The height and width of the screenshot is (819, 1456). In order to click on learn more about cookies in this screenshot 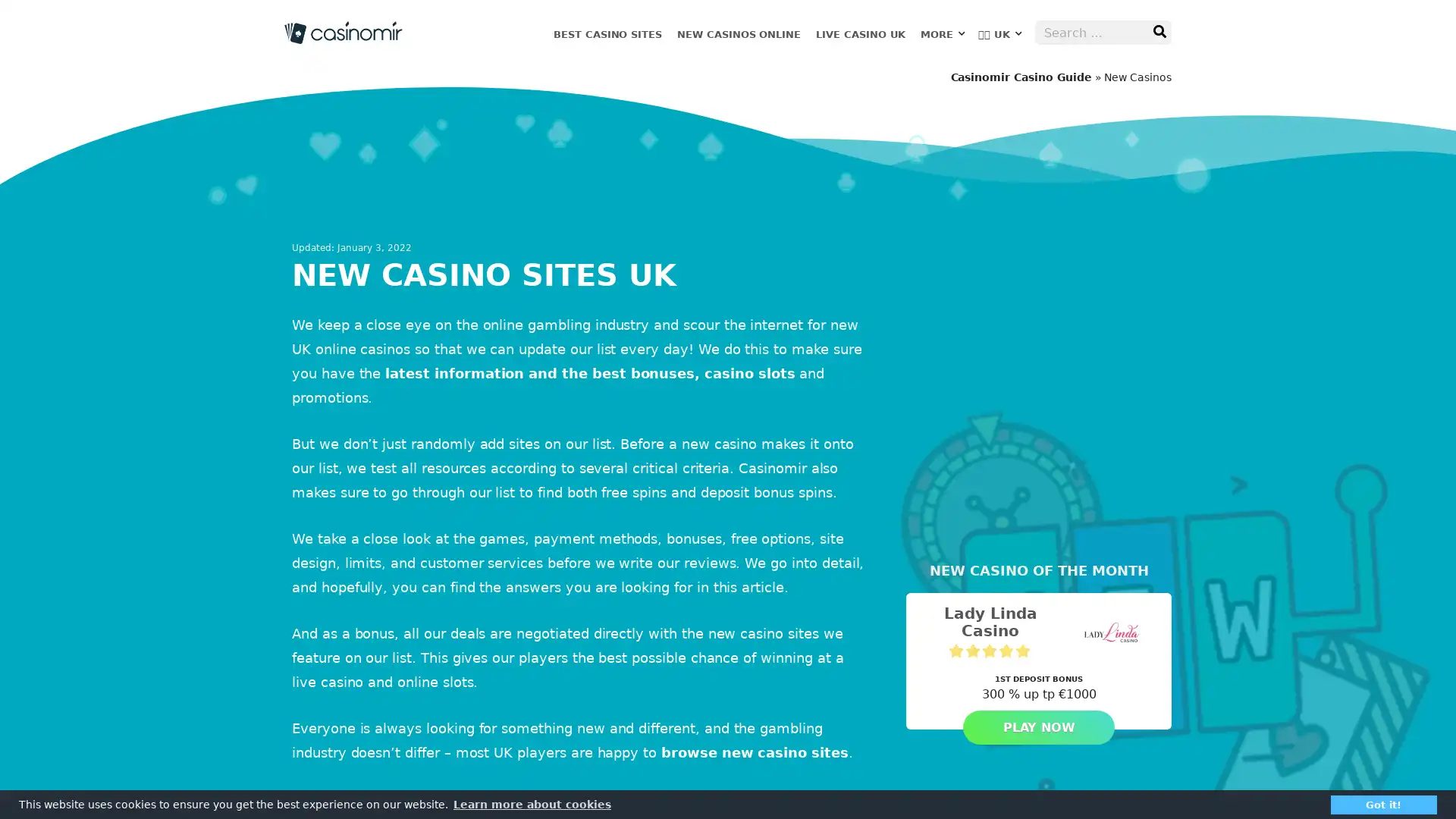, I will do `click(532, 803)`.